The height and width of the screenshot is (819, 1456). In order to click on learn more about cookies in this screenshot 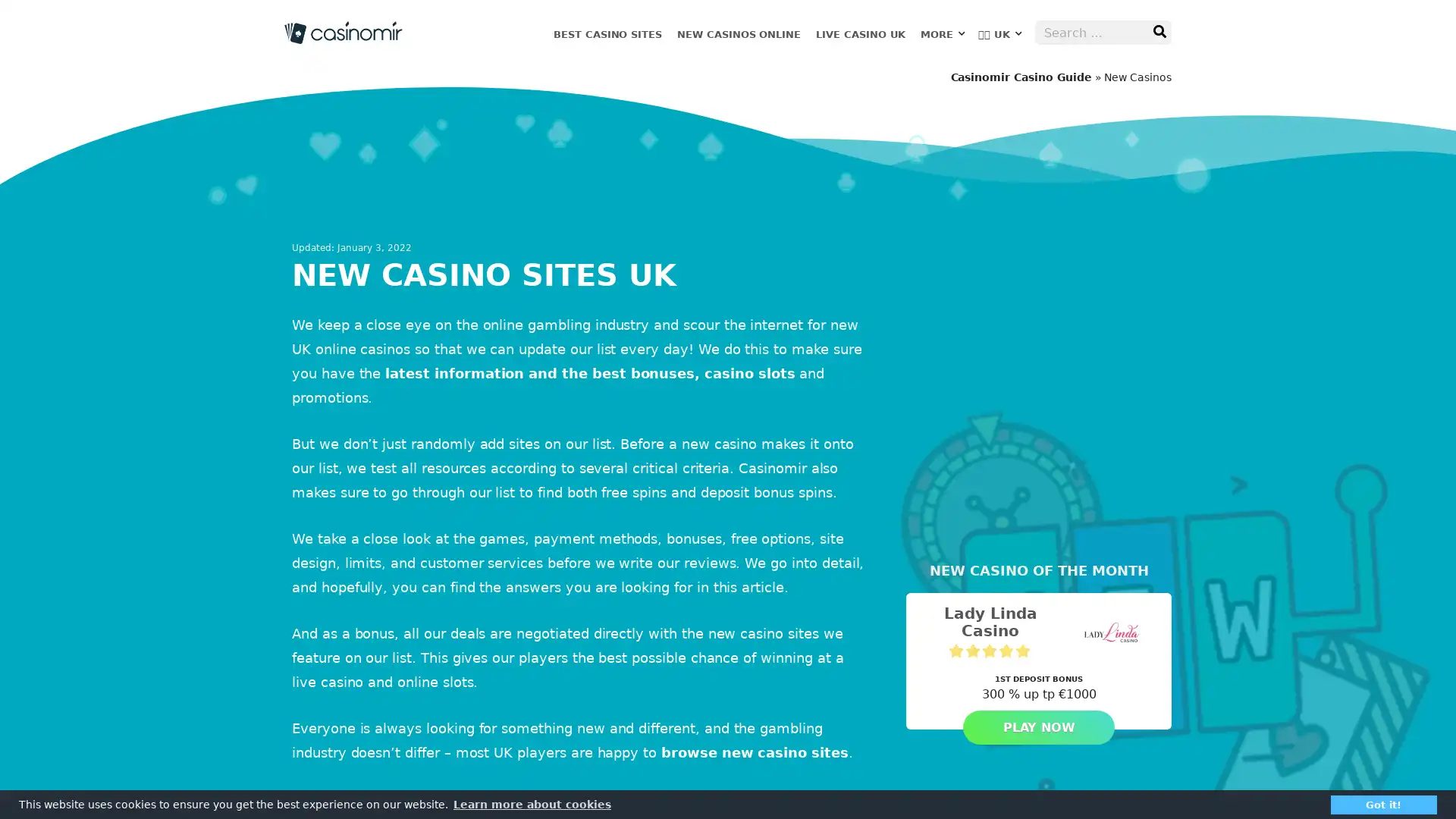, I will do `click(532, 803)`.